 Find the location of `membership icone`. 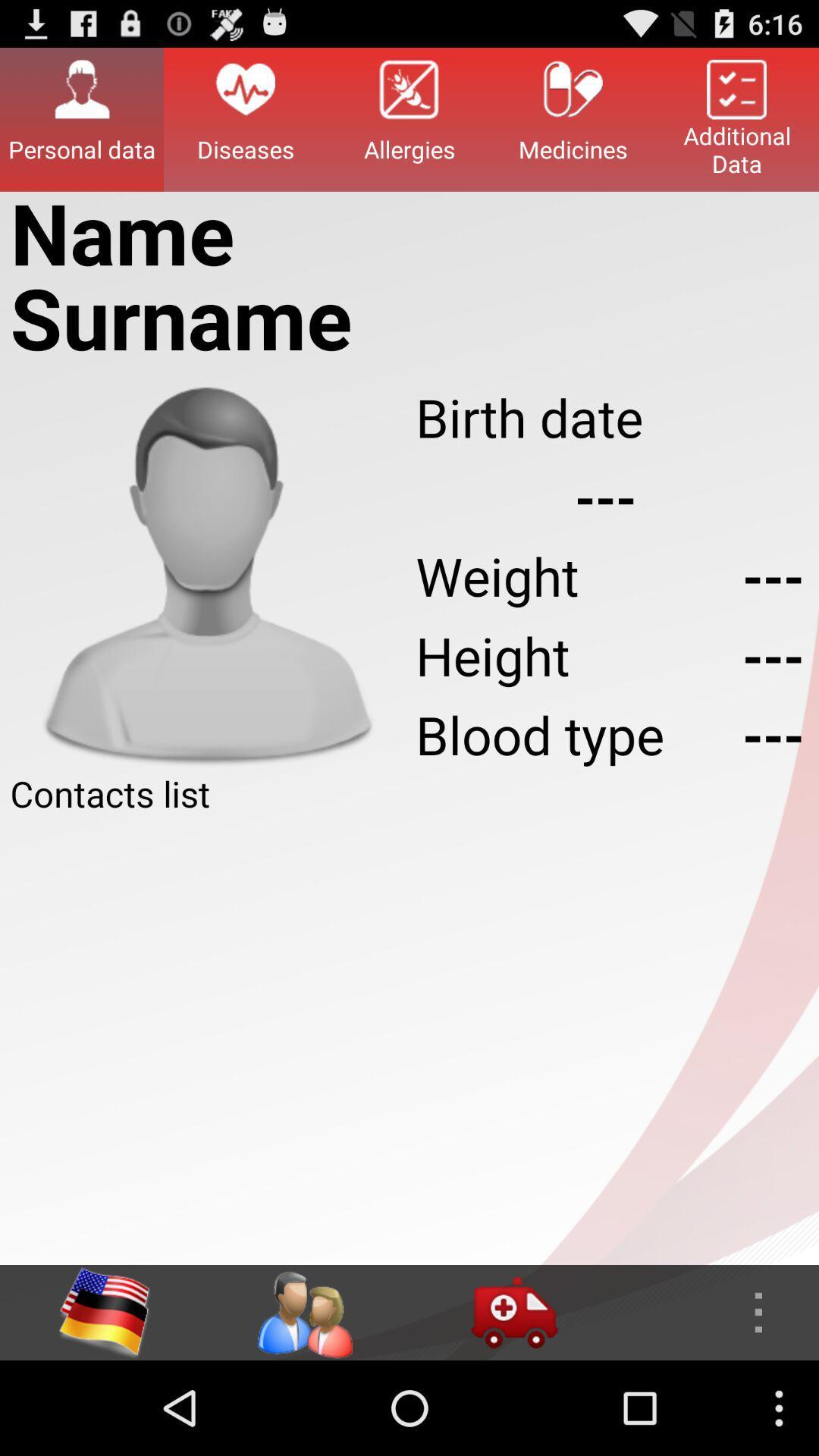

membership icone is located at coordinates (304, 1312).